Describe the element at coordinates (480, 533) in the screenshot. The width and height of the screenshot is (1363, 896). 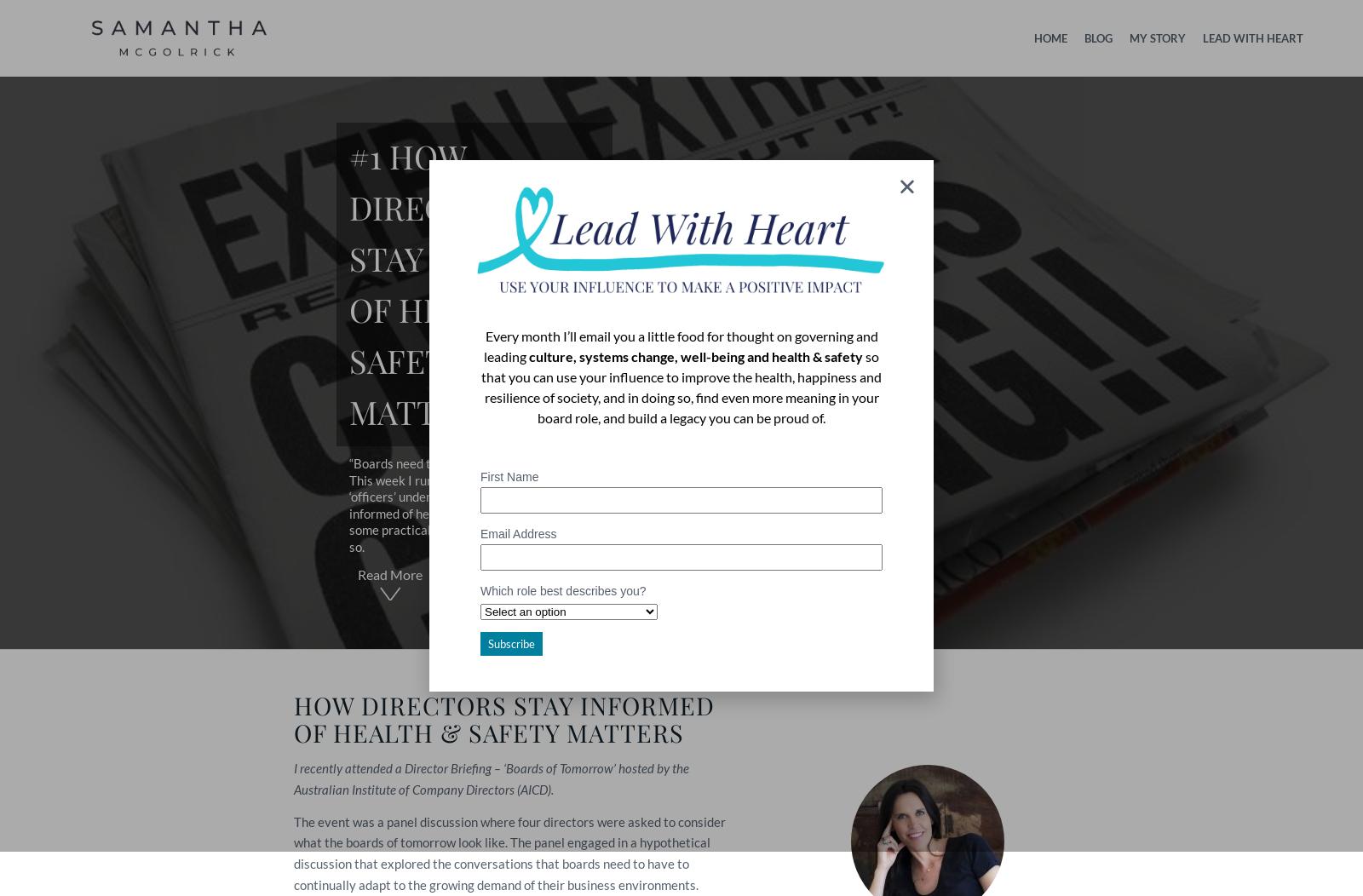
I see `'Email Address'` at that location.